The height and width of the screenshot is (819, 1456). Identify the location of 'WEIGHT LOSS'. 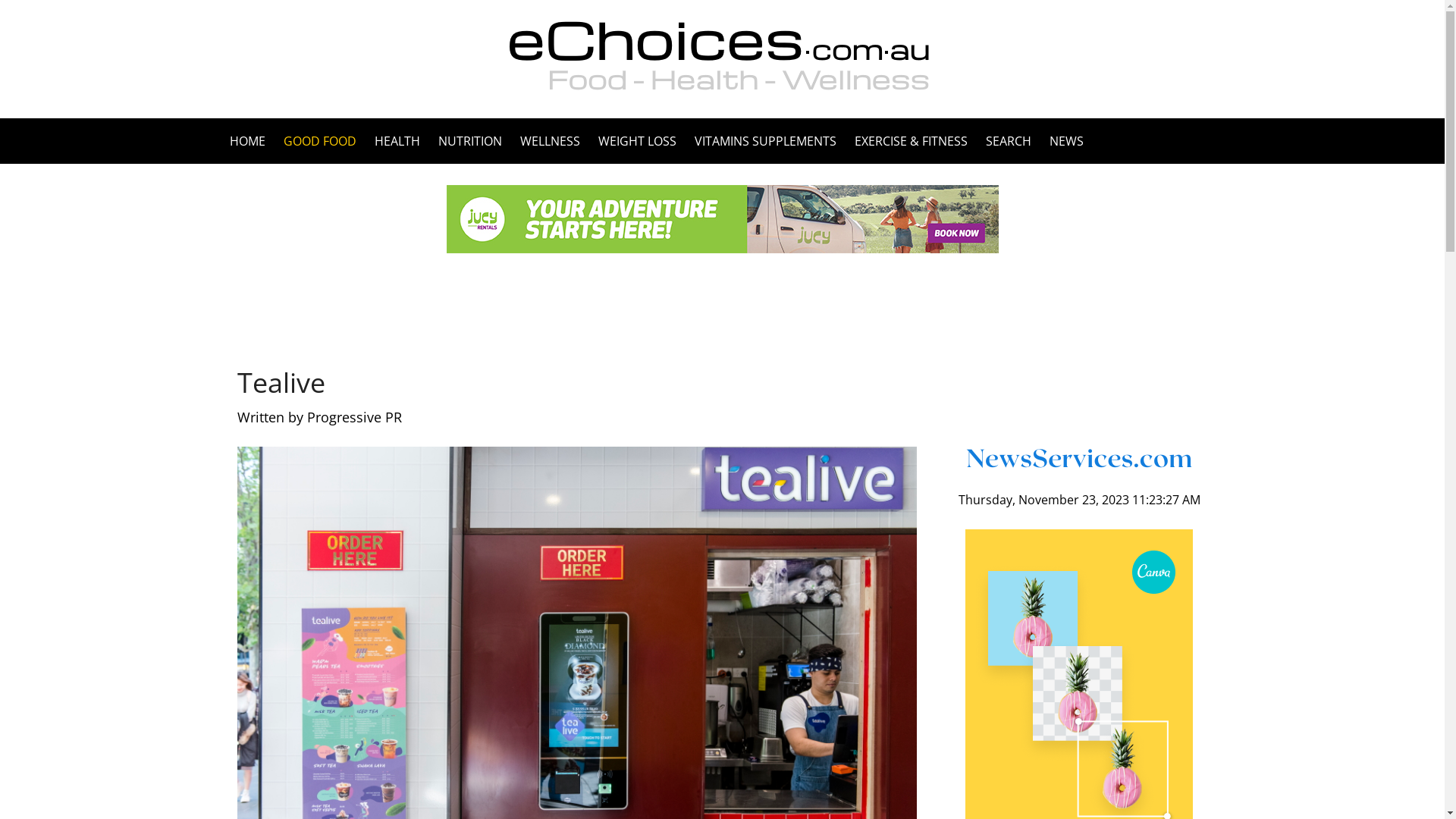
(636, 140).